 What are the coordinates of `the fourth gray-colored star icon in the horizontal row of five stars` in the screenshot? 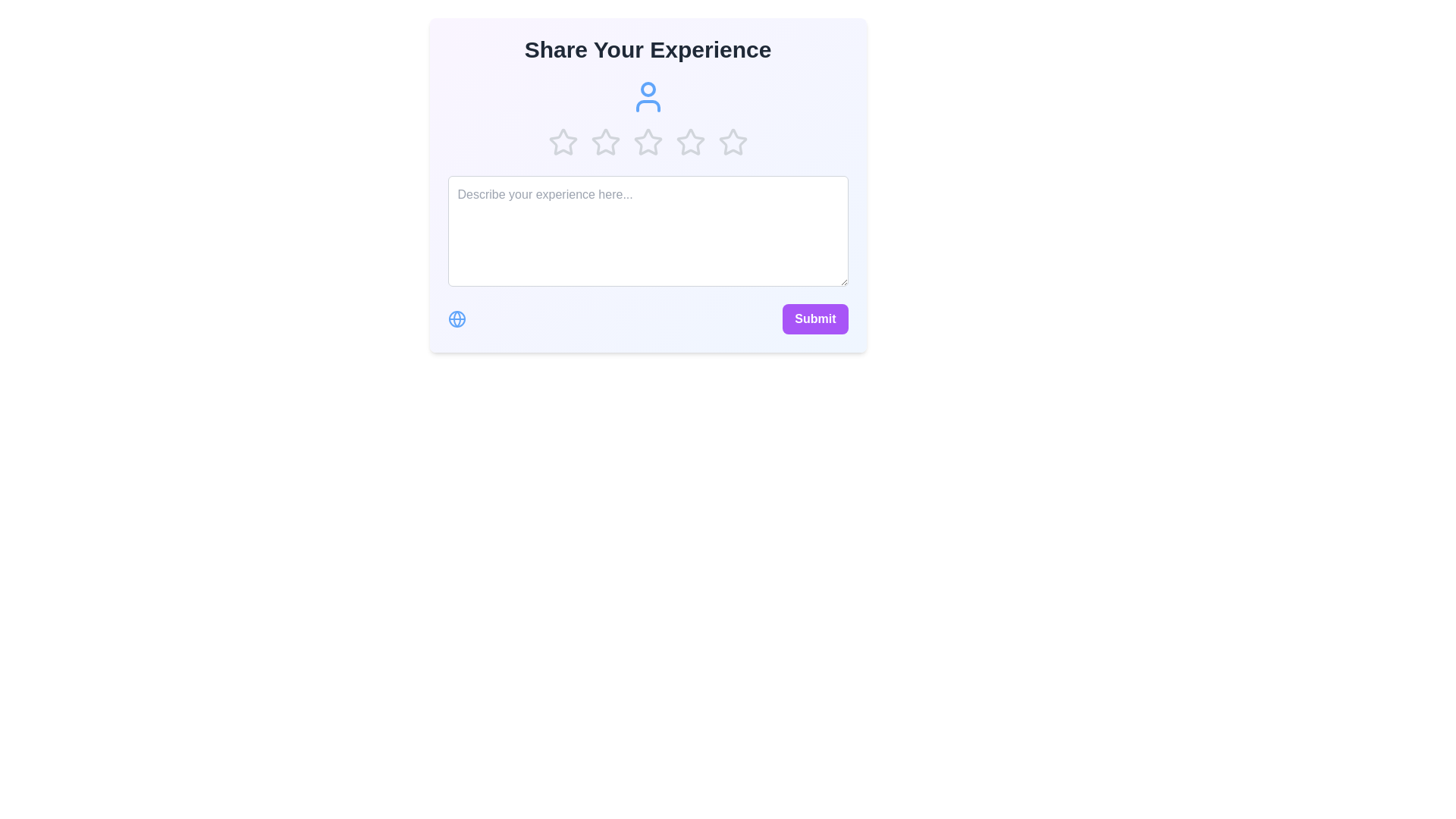 It's located at (689, 142).